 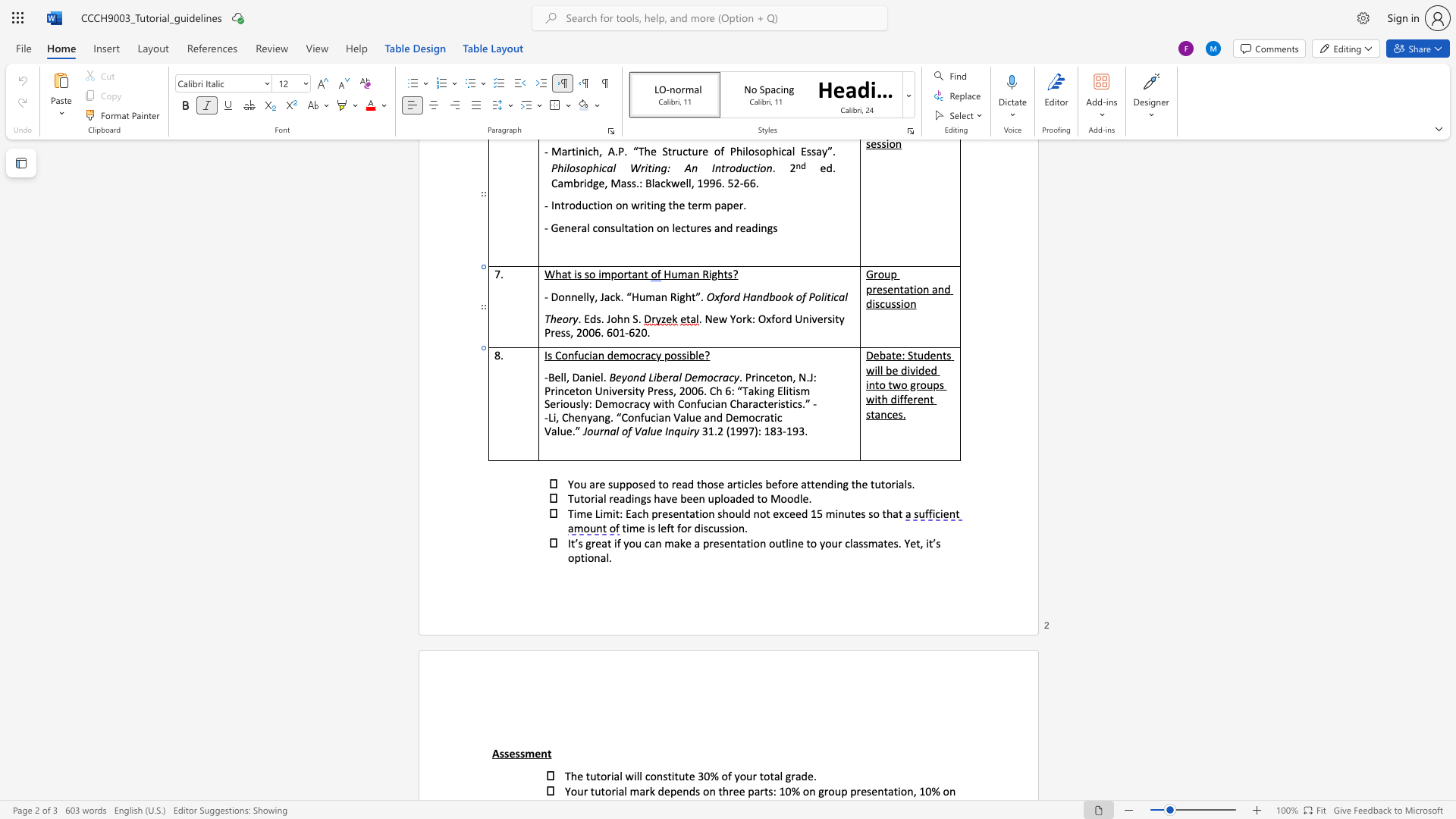 What do you see at coordinates (883, 484) in the screenshot?
I see `the 8th character "t" in the text` at bounding box center [883, 484].